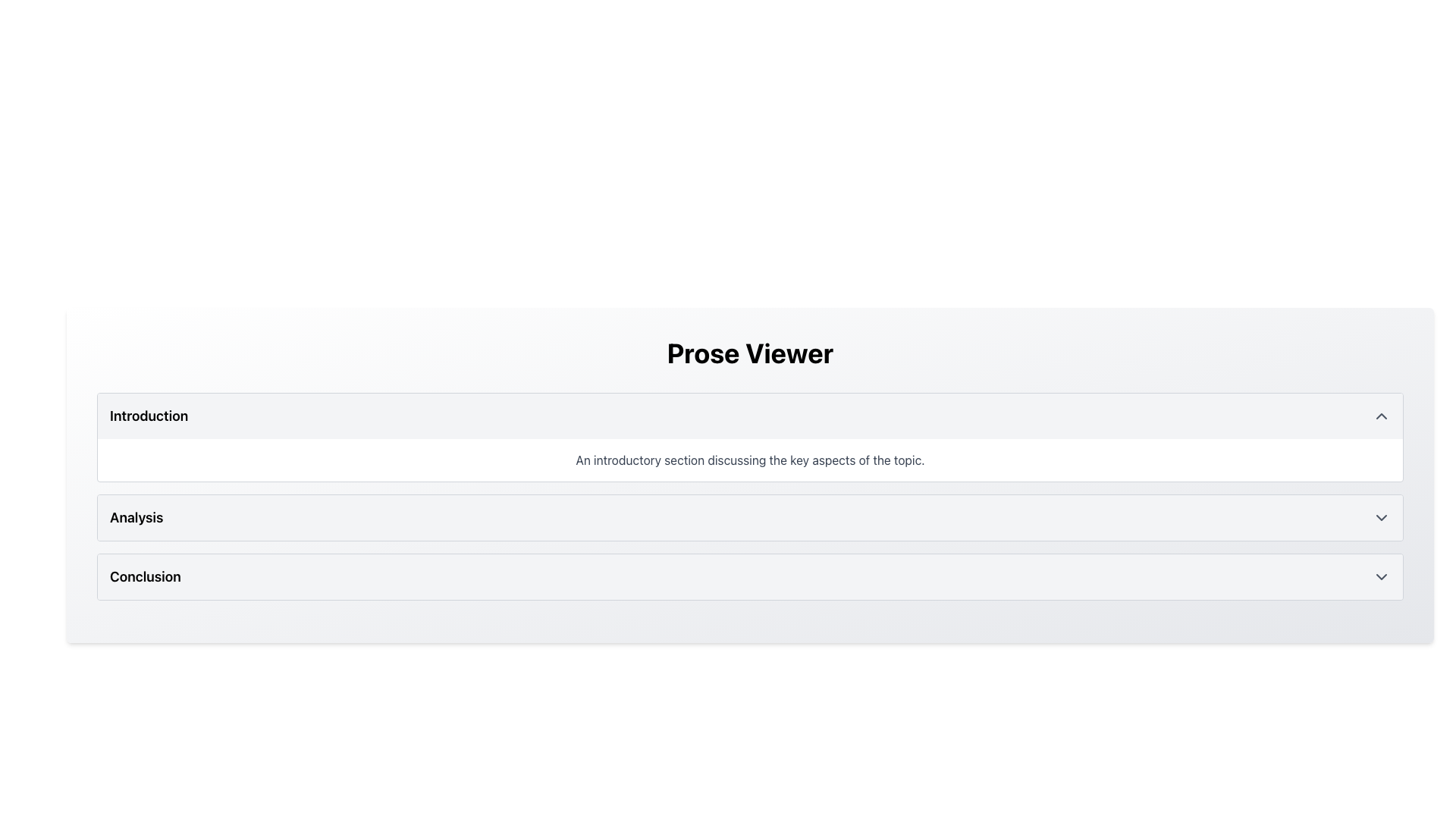  Describe the element at coordinates (136, 516) in the screenshot. I see `the bold 'Analysis' text label to focus on the corresponding section in the vertically stacked layout` at that location.